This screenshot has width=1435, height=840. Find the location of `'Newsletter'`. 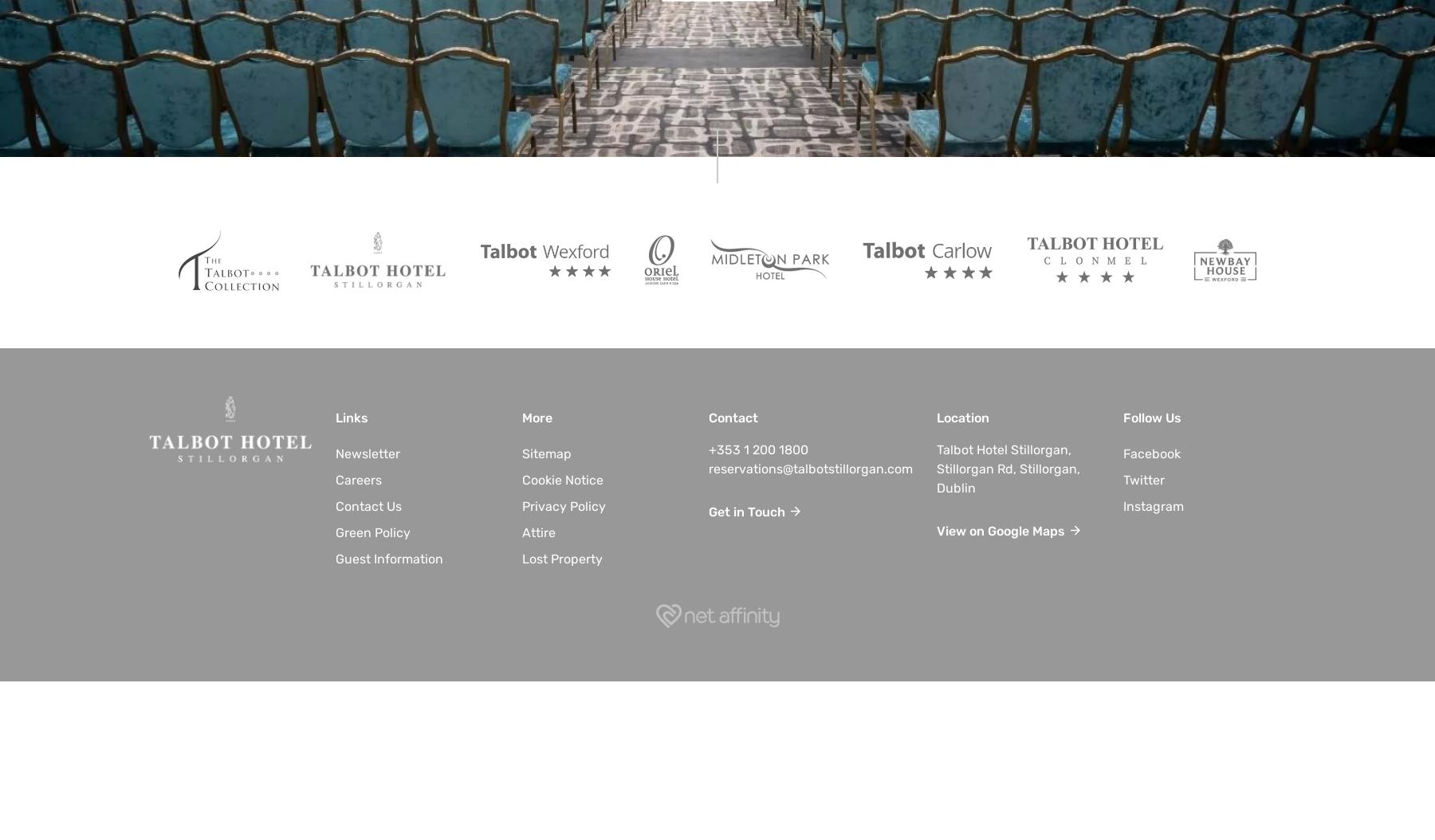

'Newsletter' is located at coordinates (367, 453).